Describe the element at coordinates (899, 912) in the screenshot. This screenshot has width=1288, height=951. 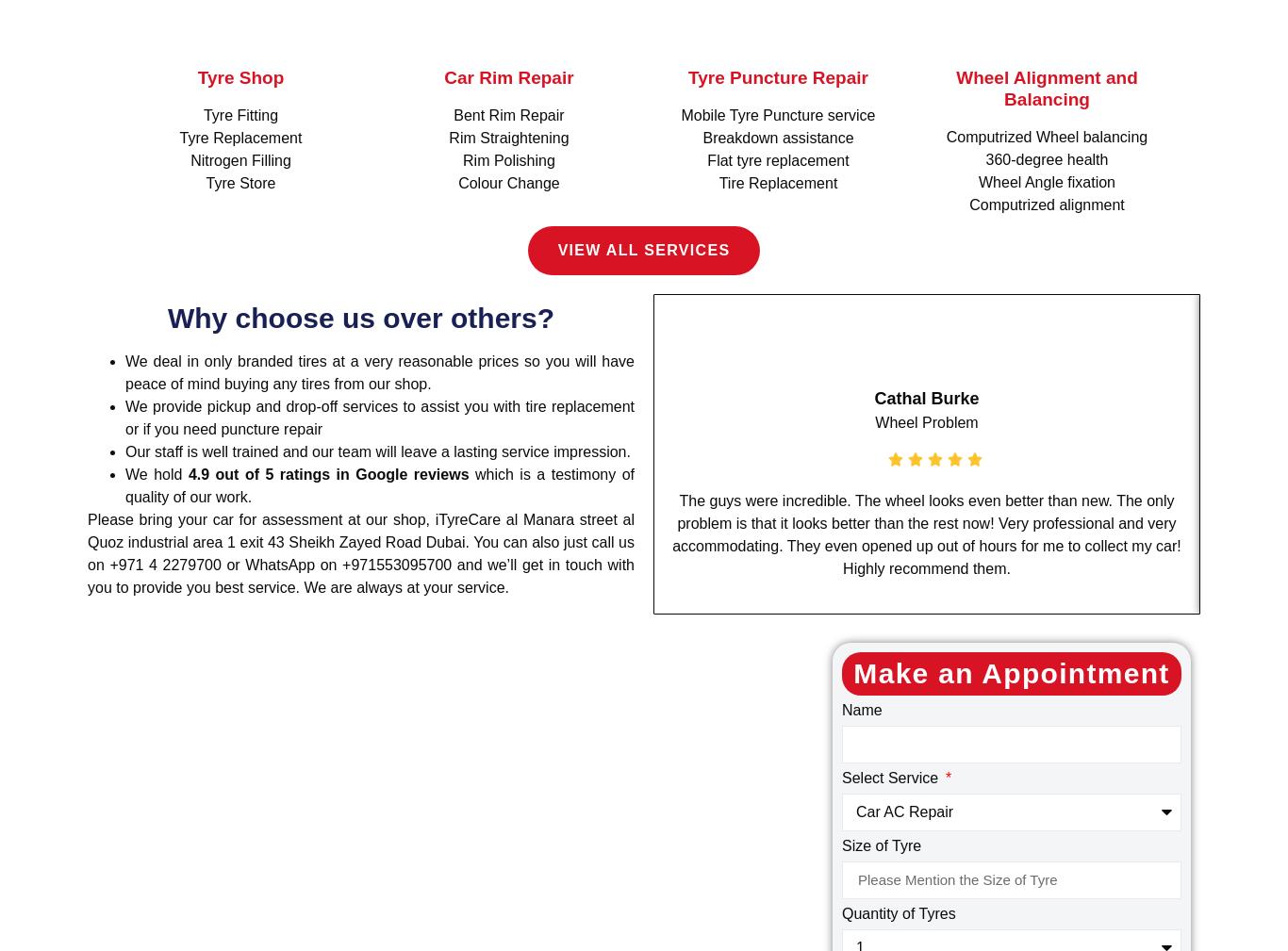
I see `'Quantity of Tyres'` at that location.